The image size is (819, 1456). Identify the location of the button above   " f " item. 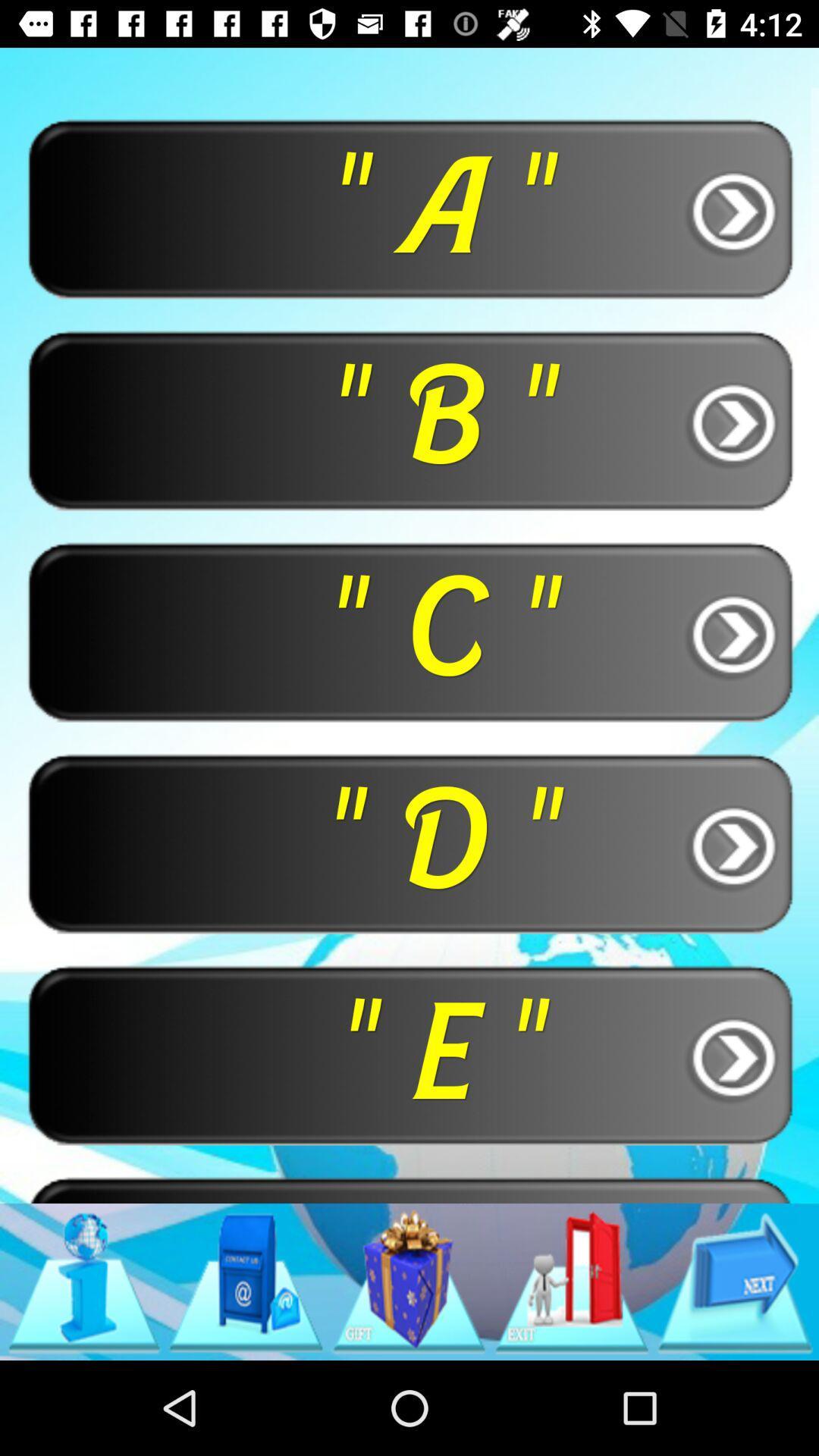
(409, 1053).